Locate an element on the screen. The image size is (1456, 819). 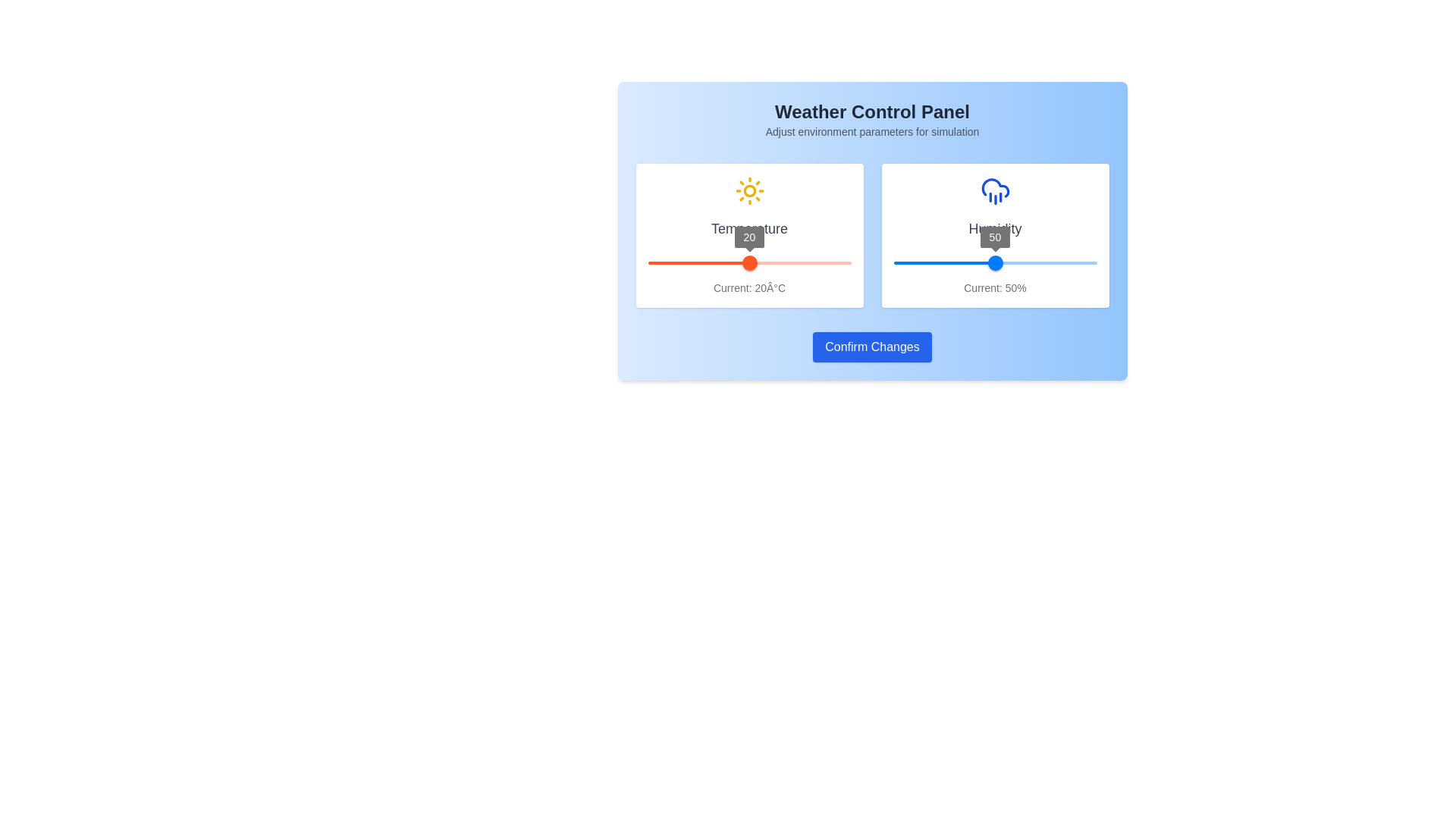
the text label that reads 'Adjust environment parameters for simulation', located below the 'Weather Control Panel' header is located at coordinates (872, 130).